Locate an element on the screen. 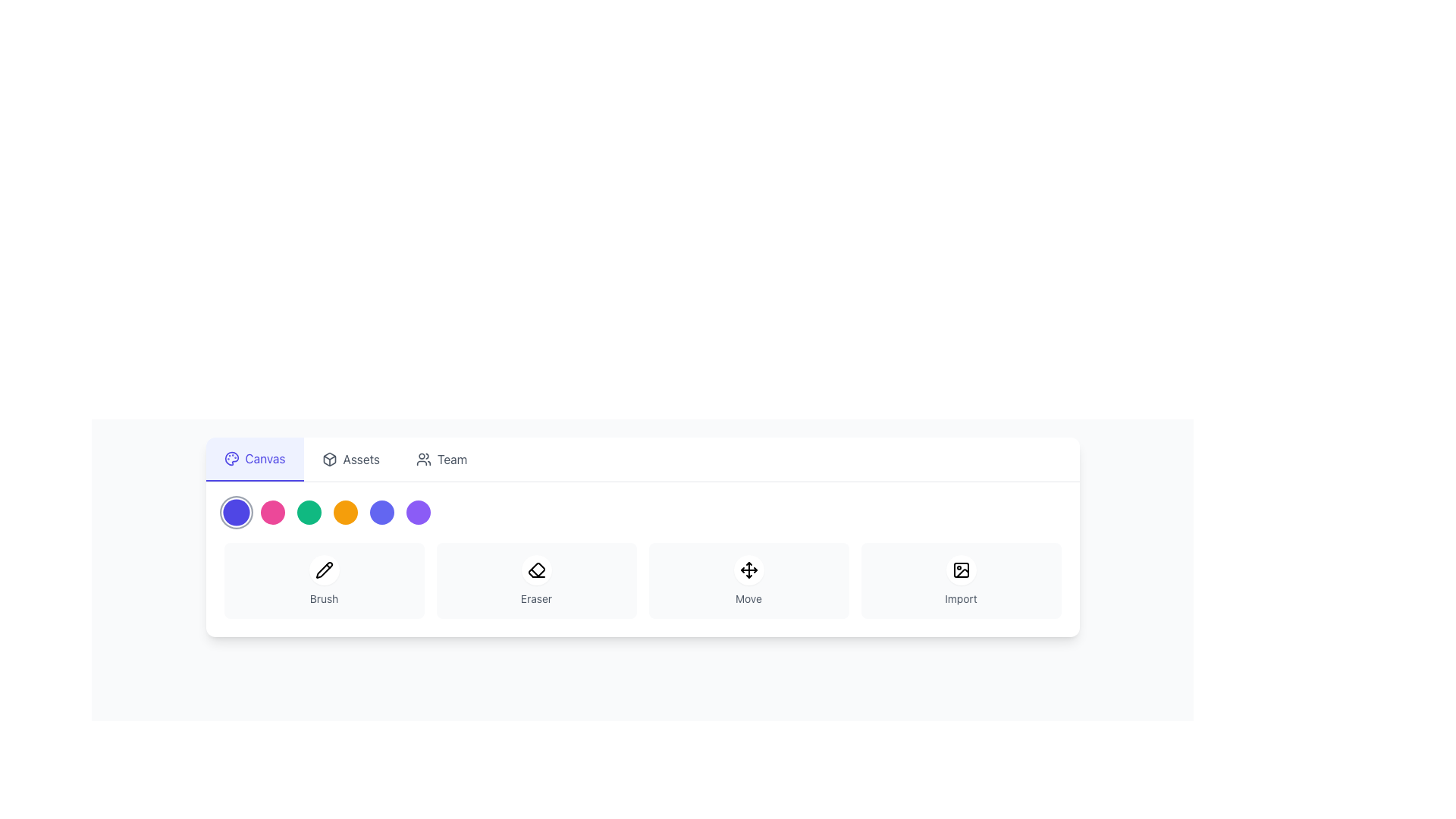 Image resolution: width=1456 pixels, height=819 pixels. the circular white icon button with a black pencil symbol, which is the first interactive icon in the toolbar above the label 'Brush' is located at coordinates (323, 570).